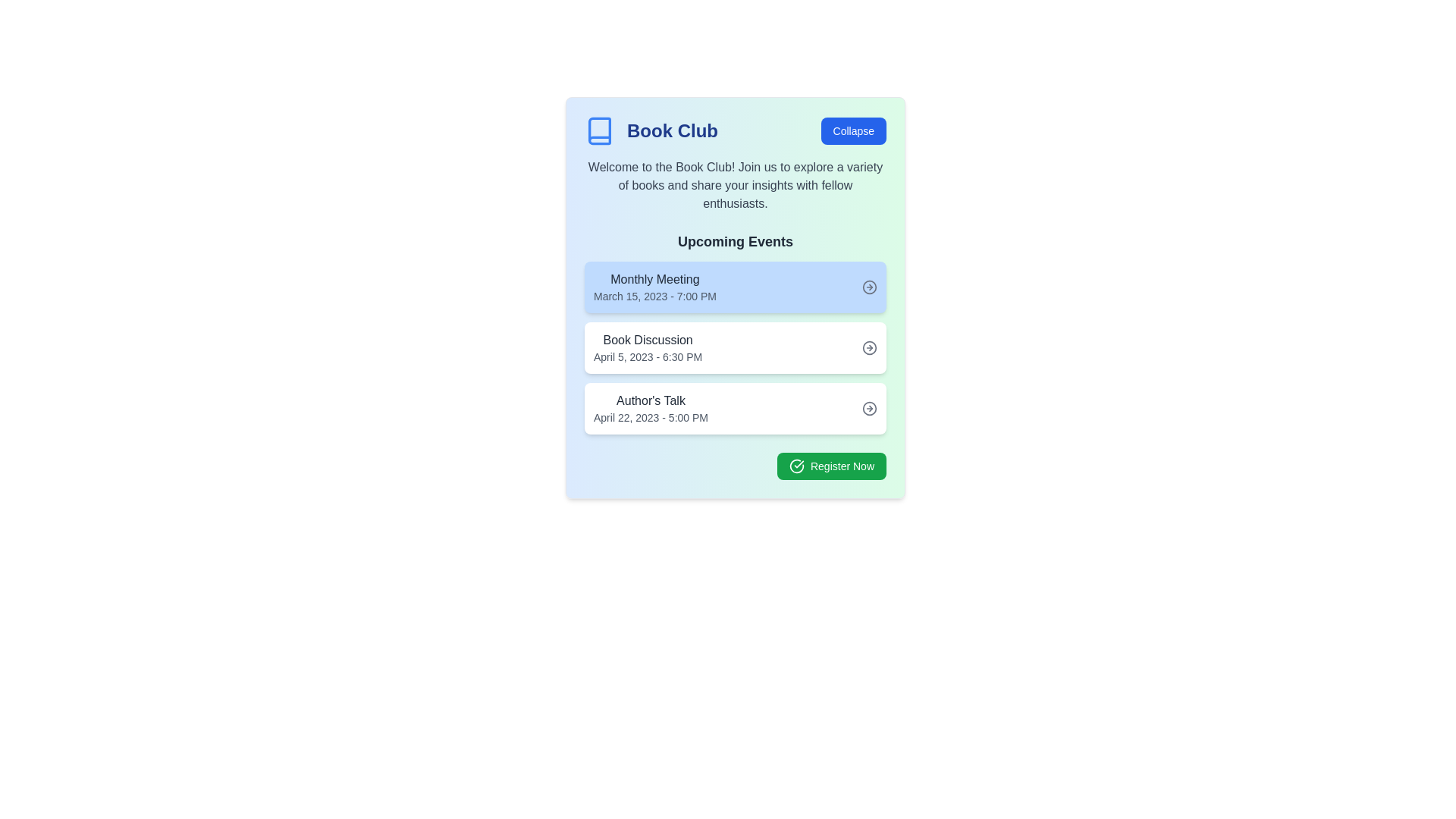  What do you see at coordinates (651, 408) in the screenshot?
I see `text label that informs users about the upcoming event titled 'Author's Talk' located in the third section under 'Upcoming Events' in the central panel` at bounding box center [651, 408].